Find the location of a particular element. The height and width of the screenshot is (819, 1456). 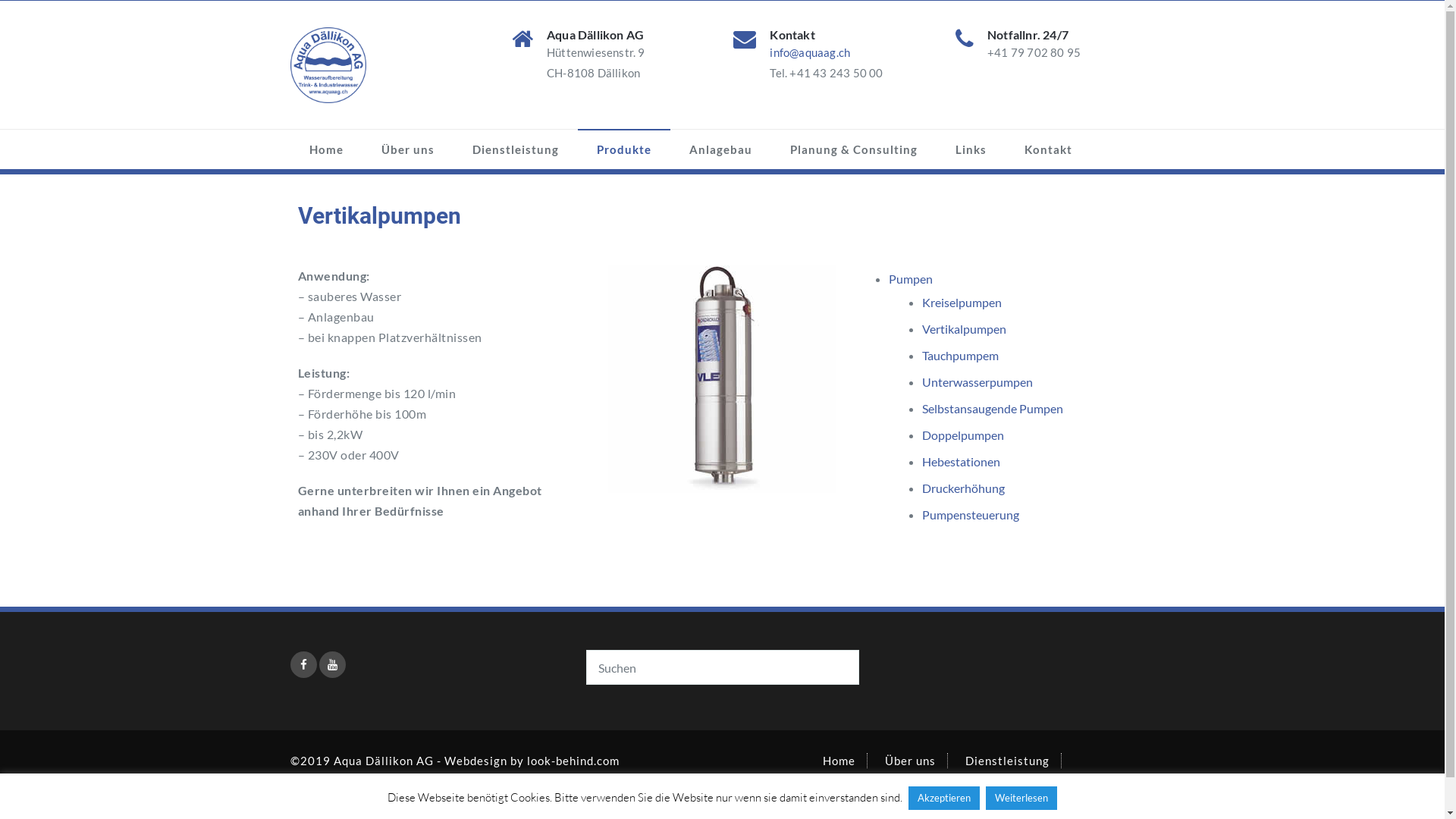

'Weiterlesen' is located at coordinates (1021, 797).